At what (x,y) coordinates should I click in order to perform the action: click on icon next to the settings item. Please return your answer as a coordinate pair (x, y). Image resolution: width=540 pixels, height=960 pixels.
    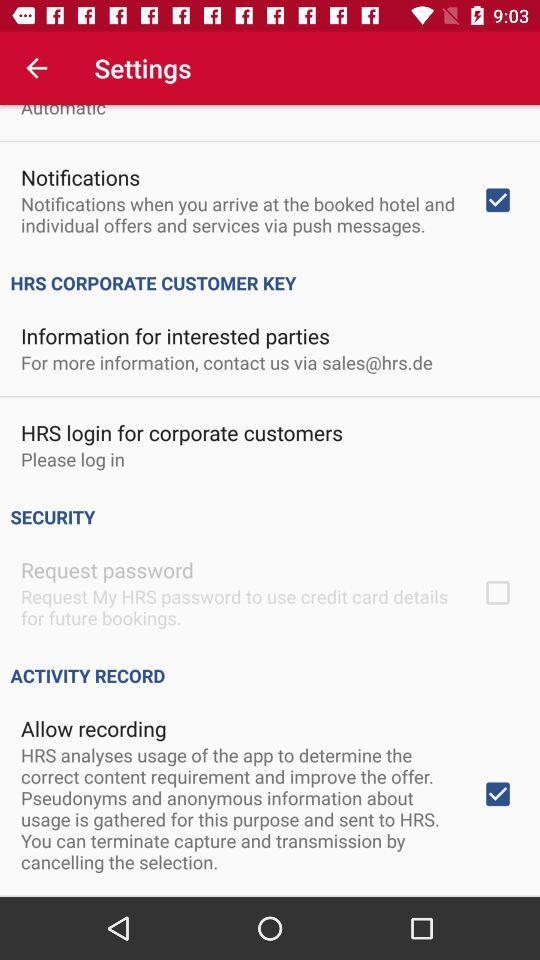
    Looking at the image, I should click on (36, 68).